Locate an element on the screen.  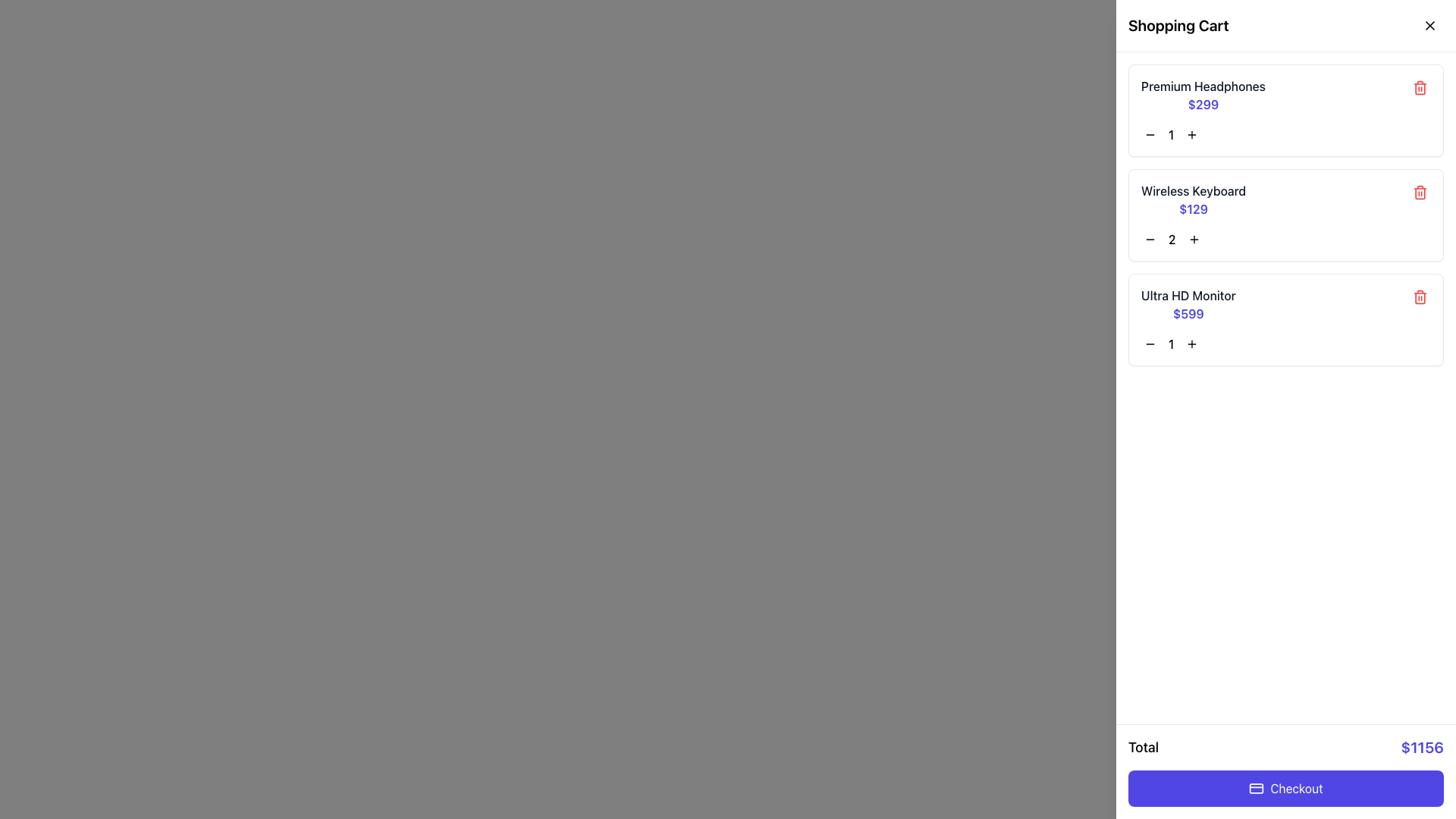
the bold text label displaying the amount '$1156' in violet color, which is located in the lower-right corner of the interface, beneath the listed products and next to the label 'Total' is located at coordinates (1421, 747).